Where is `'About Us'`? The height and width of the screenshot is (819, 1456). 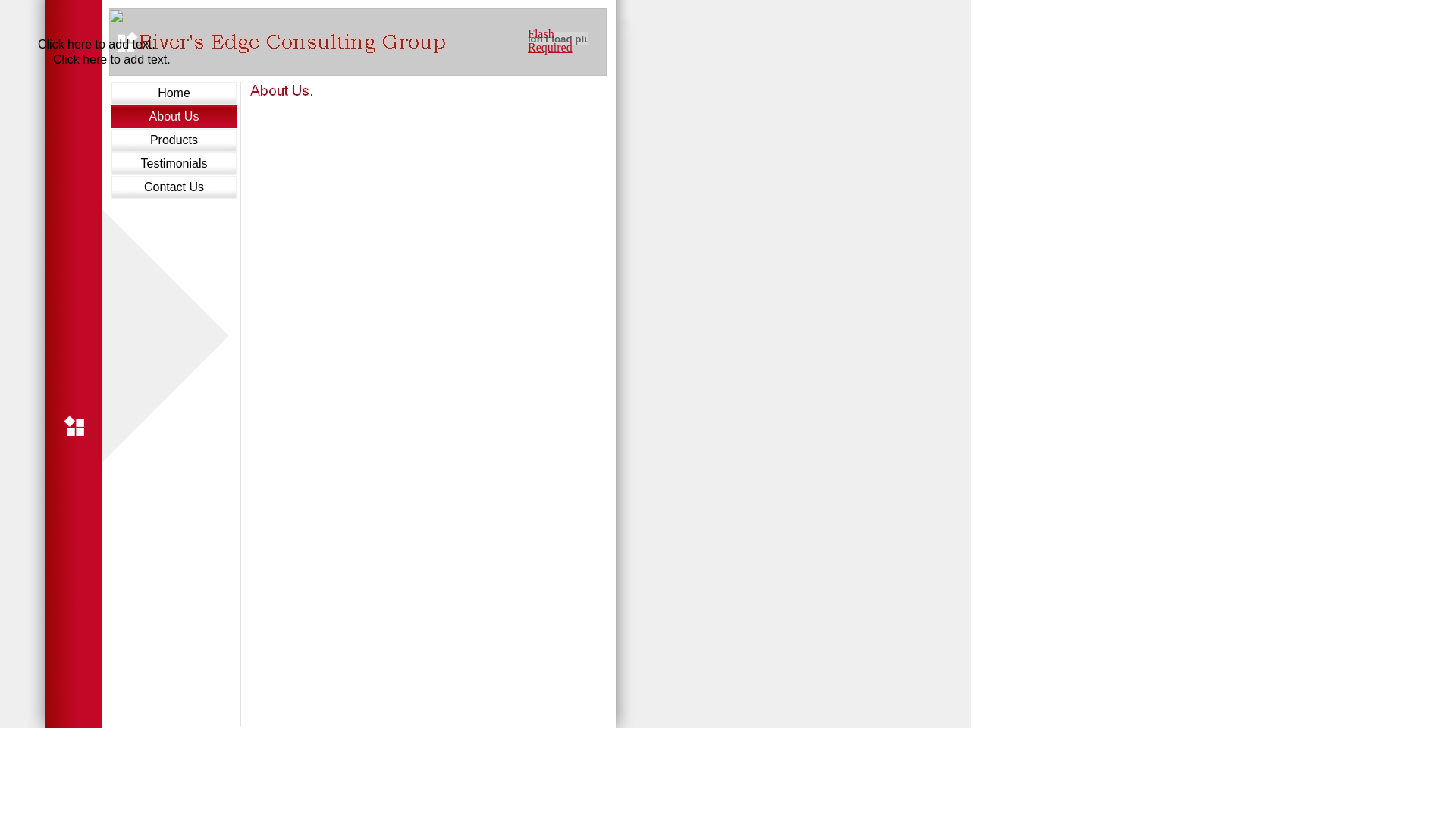
'About Us' is located at coordinates (174, 116).